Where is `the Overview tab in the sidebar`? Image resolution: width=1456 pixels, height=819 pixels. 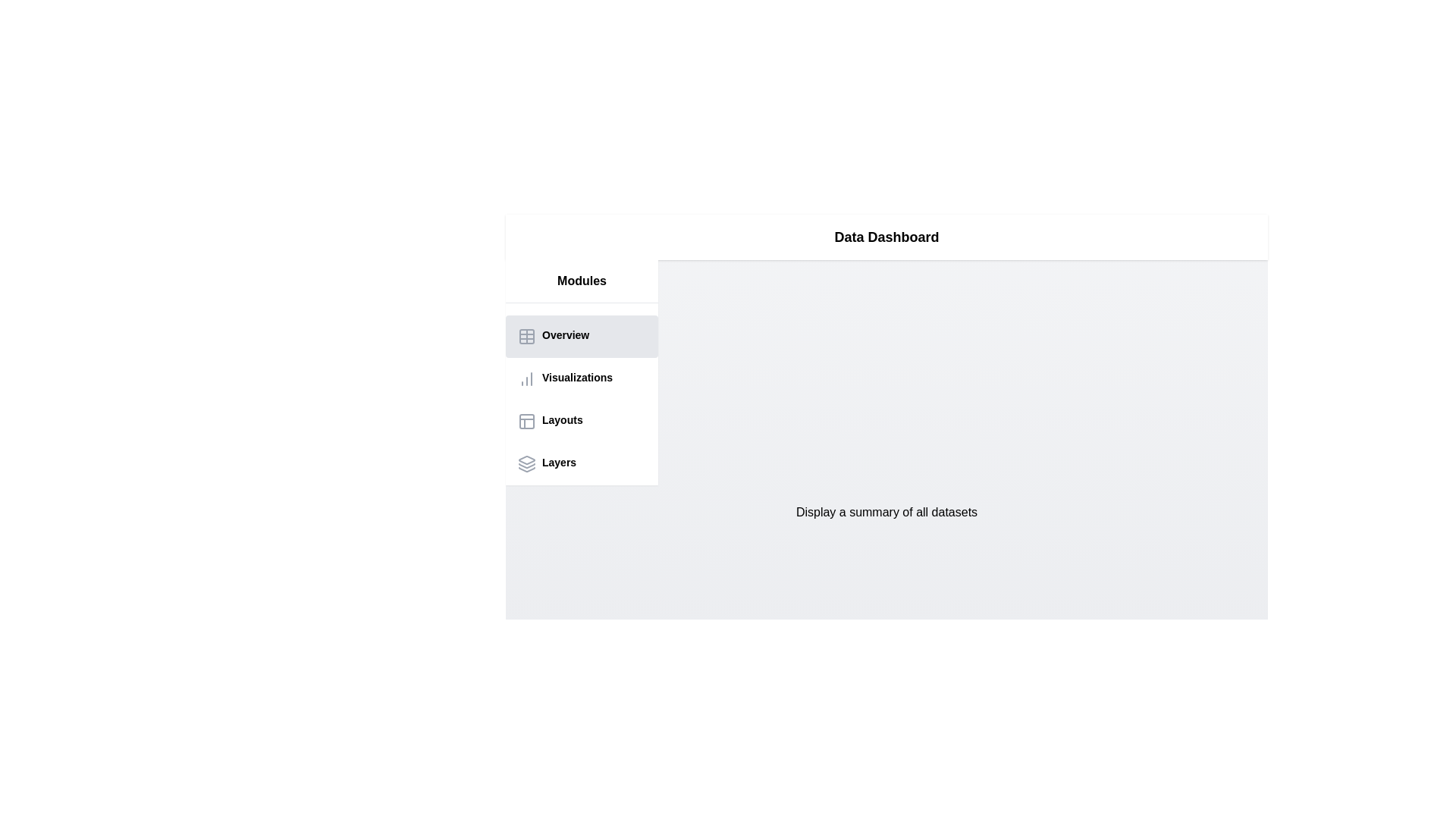 the Overview tab in the sidebar is located at coordinates (581, 335).